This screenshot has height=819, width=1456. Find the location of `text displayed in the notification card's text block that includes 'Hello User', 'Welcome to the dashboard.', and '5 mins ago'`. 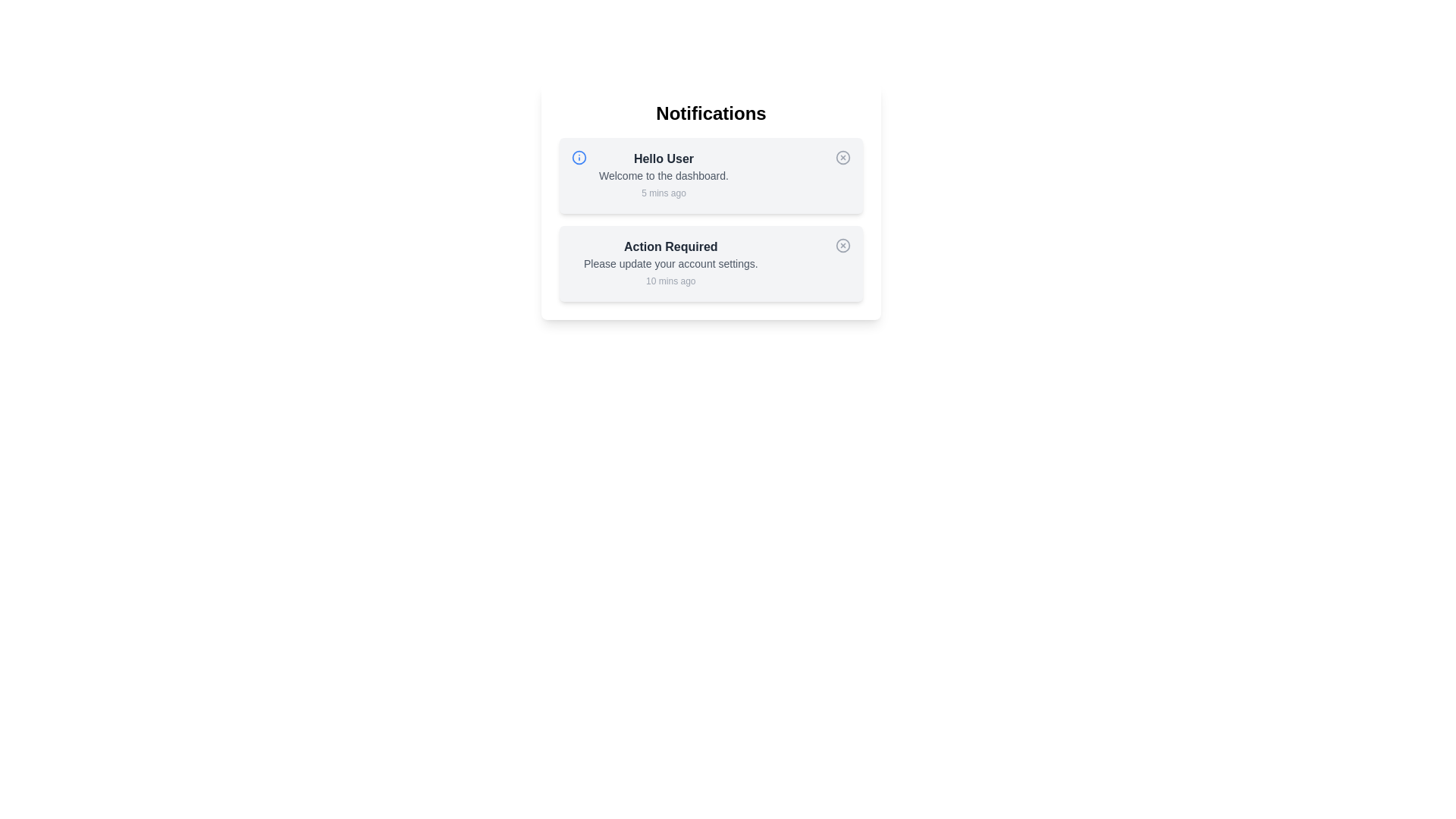

text displayed in the notification card's text block that includes 'Hello User', 'Welcome to the dashboard.', and '5 mins ago' is located at coordinates (664, 174).